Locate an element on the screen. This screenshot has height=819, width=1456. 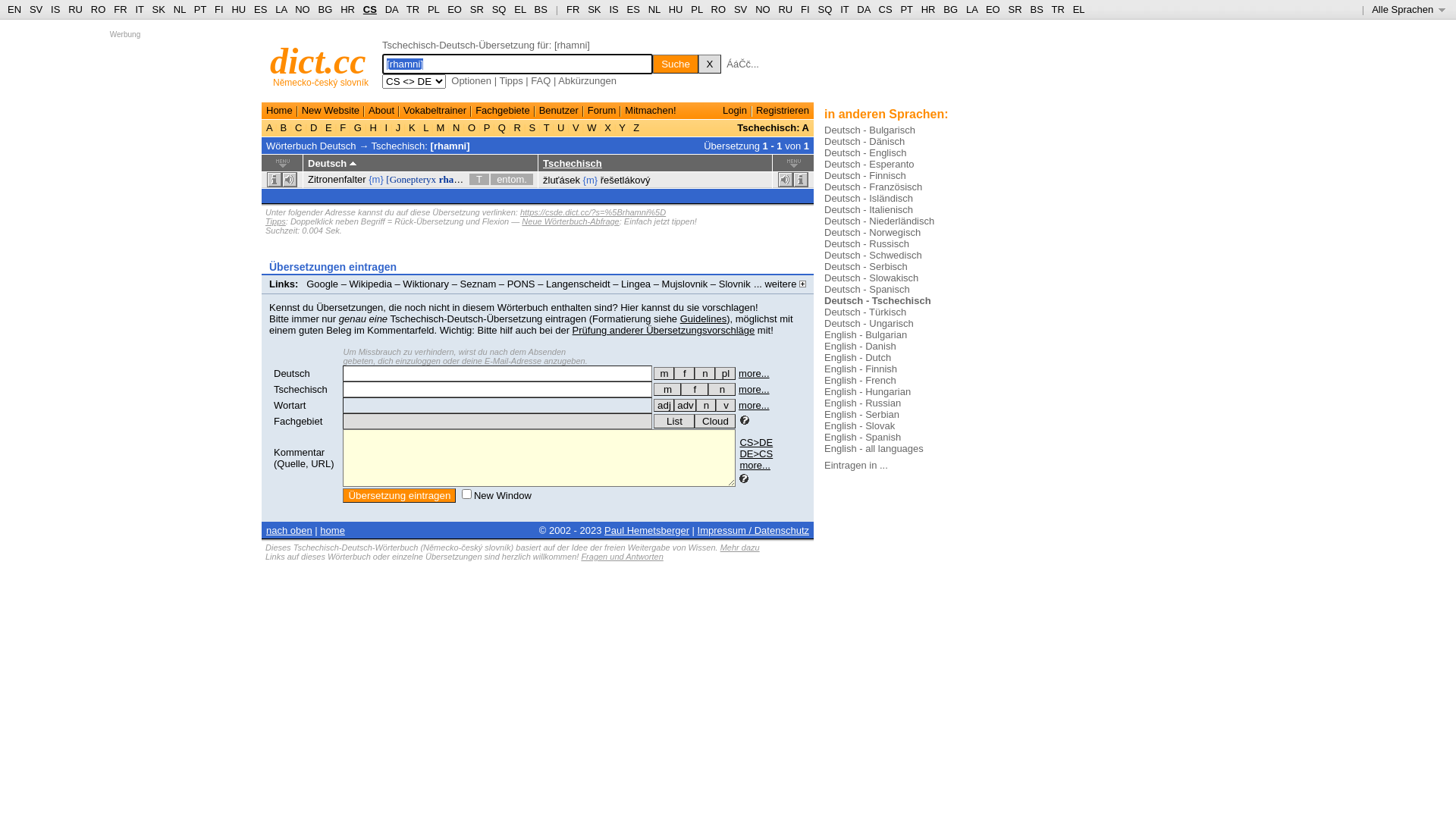
'CS' is located at coordinates (884, 9).